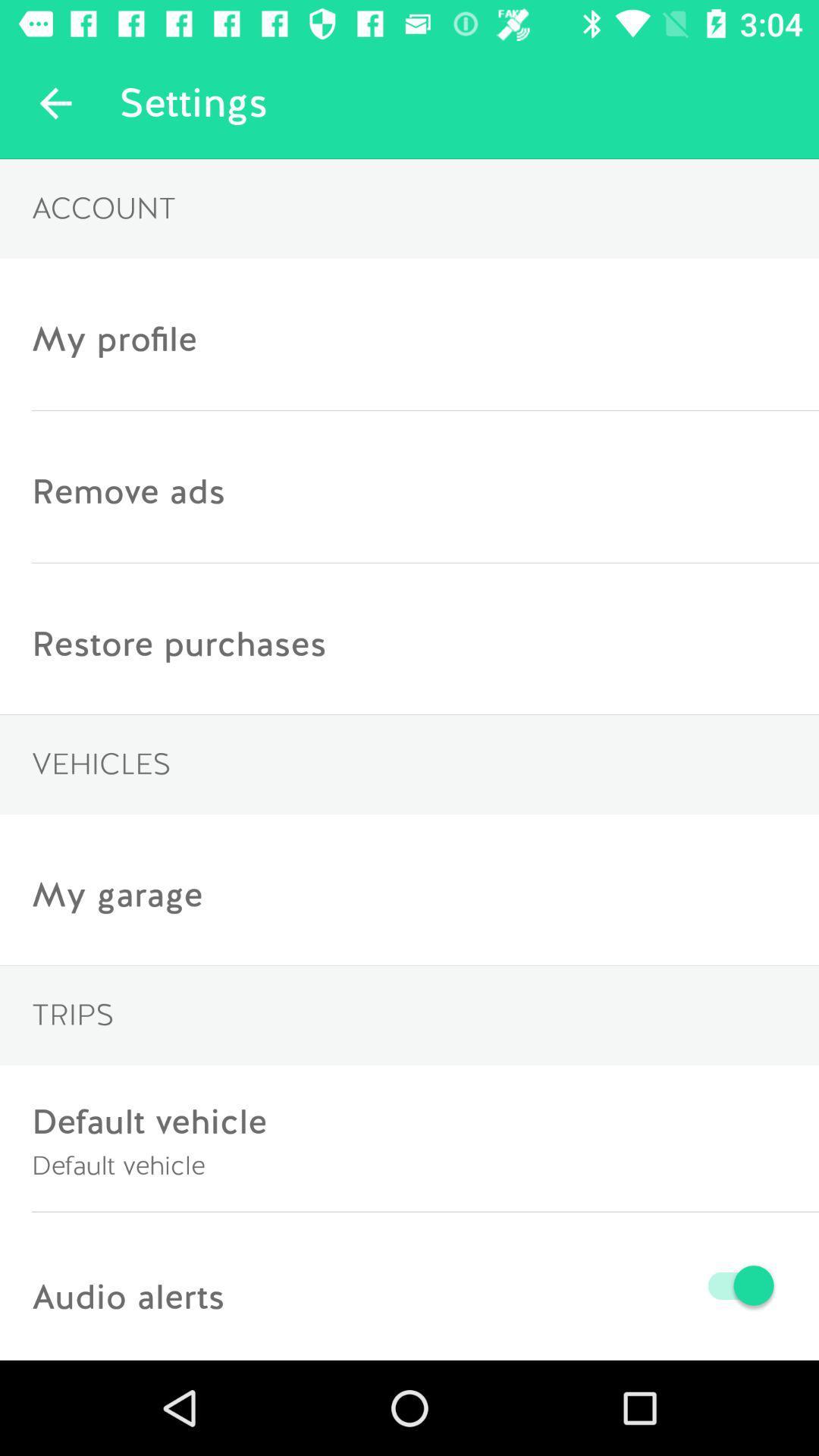 This screenshot has height=1456, width=819. Describe the element at coordinates (503, 1285) in the screenshot. I see `icon to the right of the audio alerts item` at that location.